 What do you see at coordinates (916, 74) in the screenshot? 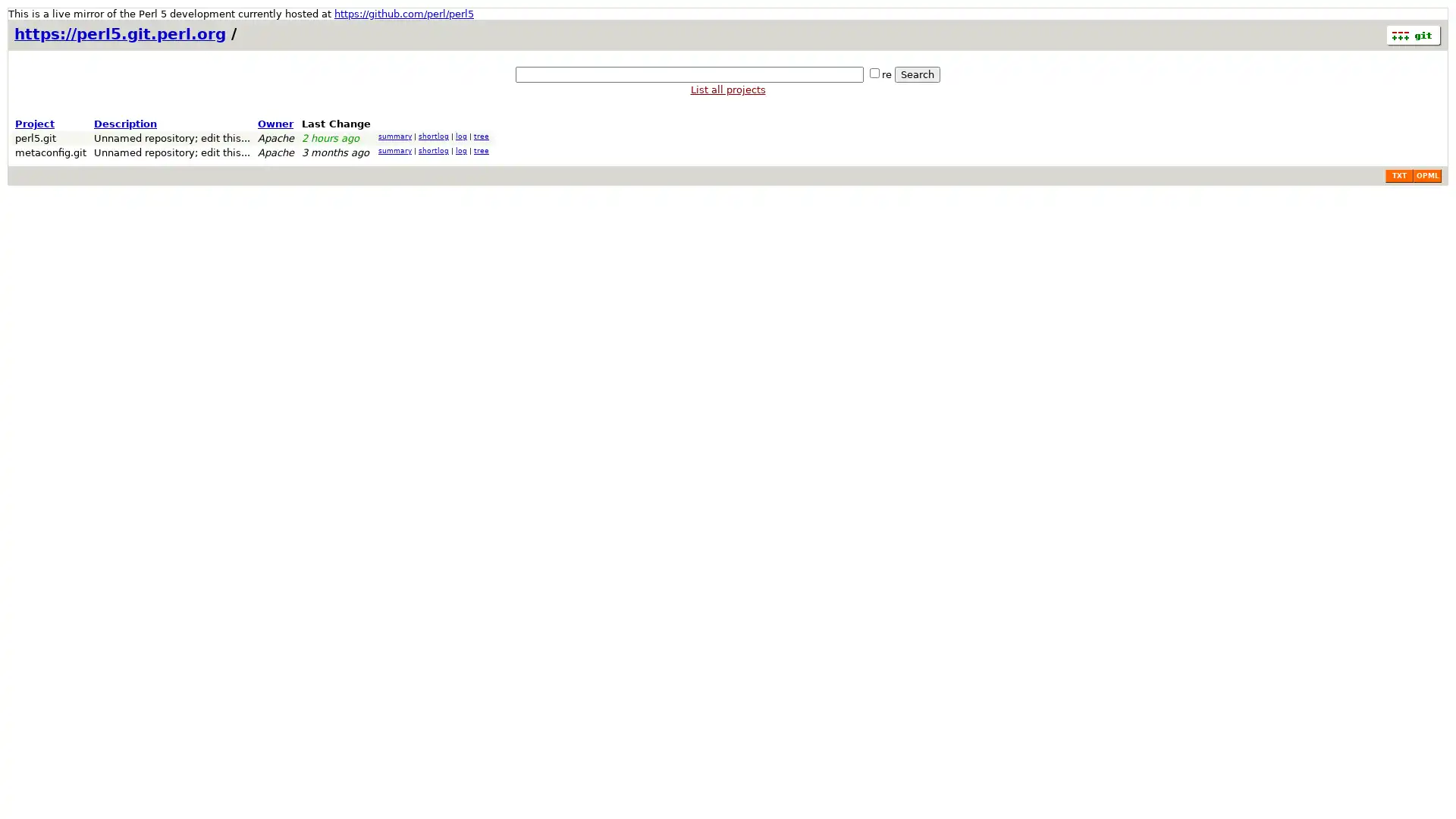
I see `Search` at bounding box center [916, 74].